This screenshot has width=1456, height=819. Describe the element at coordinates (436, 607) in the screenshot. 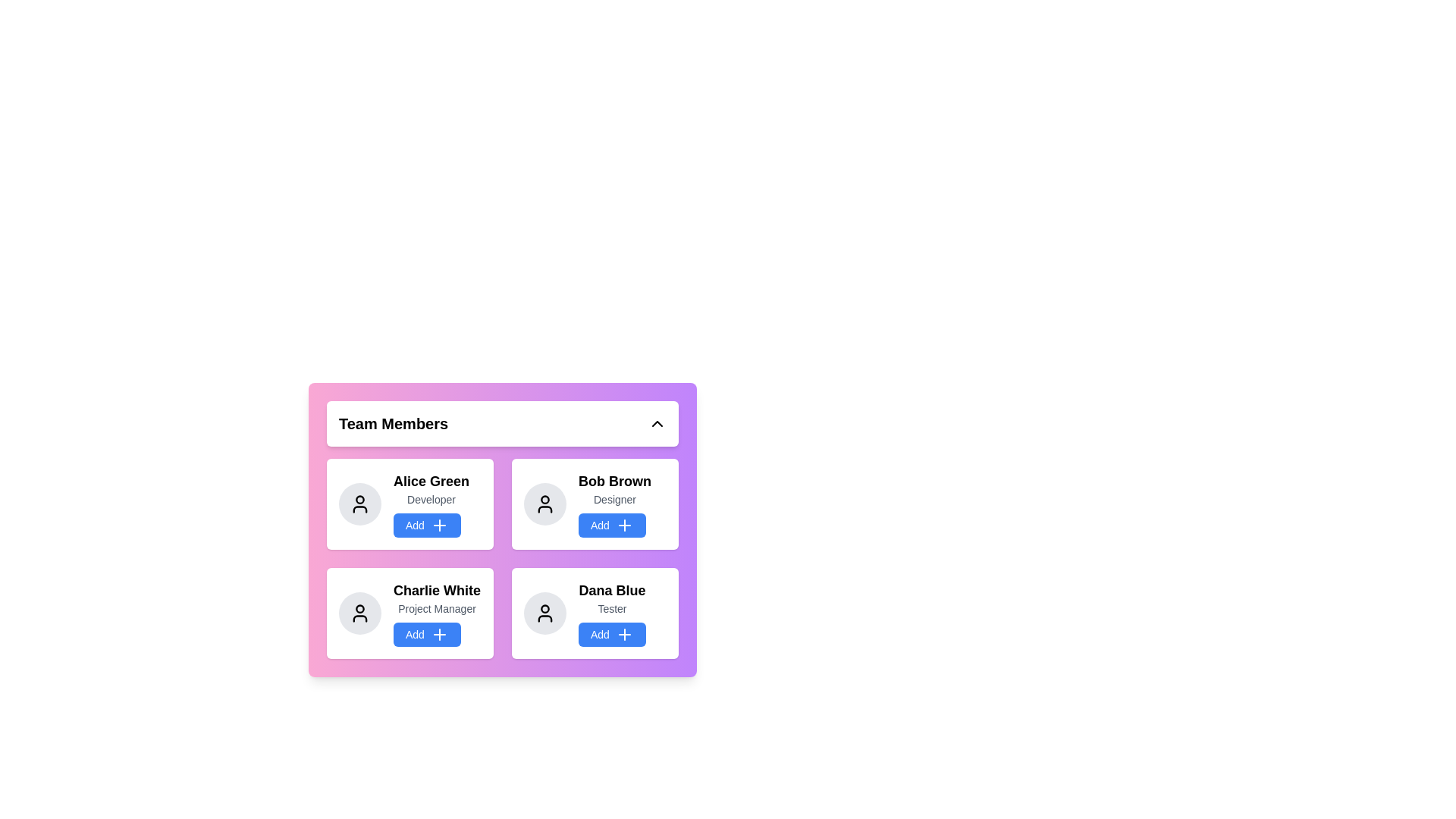

I see `the text label 'Project Manager', which is styled with a smaller font size and grey color, located below 'Charlie White' and above the 'Add' button within a card in the grid layout` at that location.